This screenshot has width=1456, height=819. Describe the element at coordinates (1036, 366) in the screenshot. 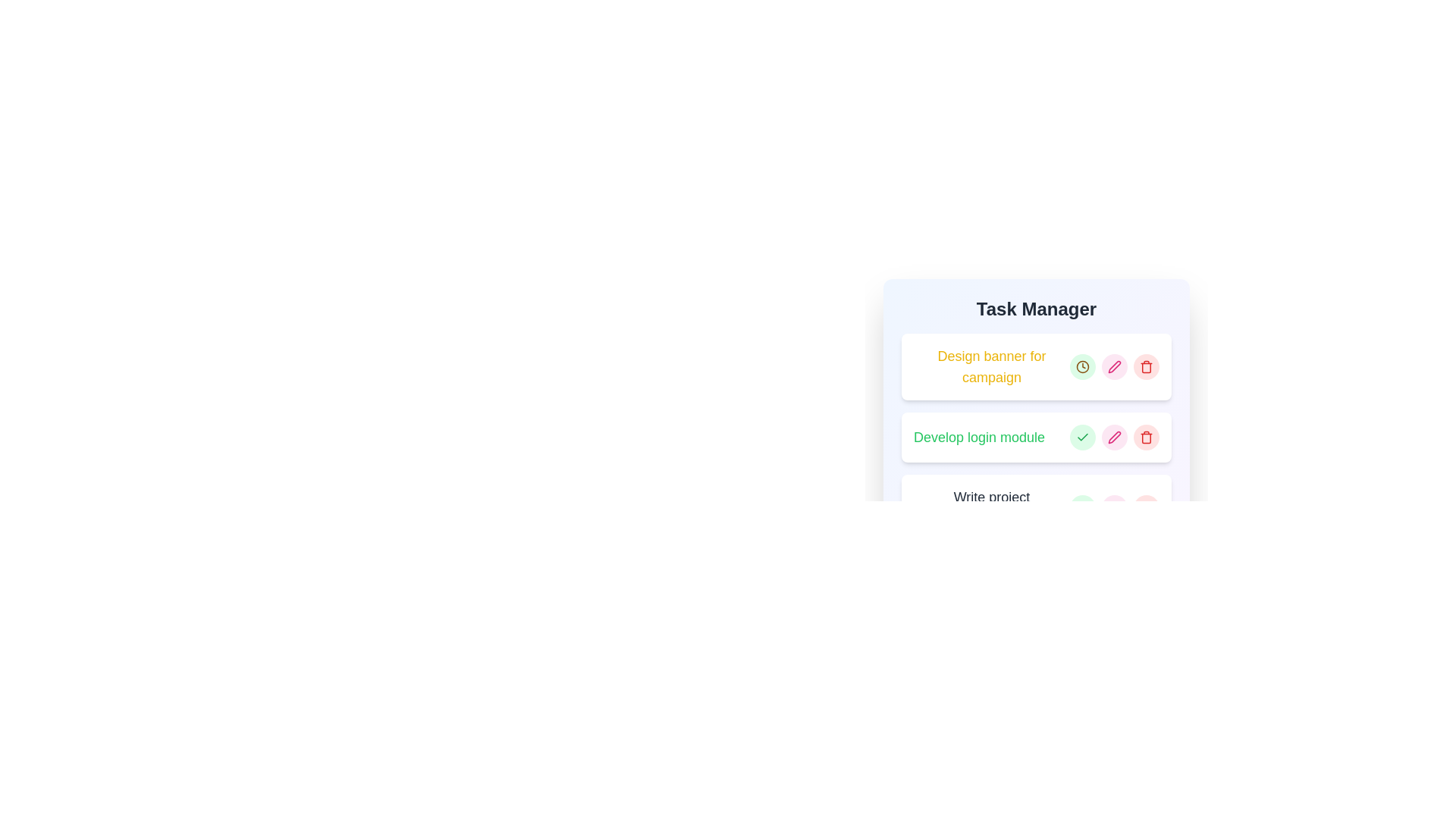

I see `text displayed in the Task card title, which is centered in a rectangular card with rounded corners at the top of a vertical list` at that location.